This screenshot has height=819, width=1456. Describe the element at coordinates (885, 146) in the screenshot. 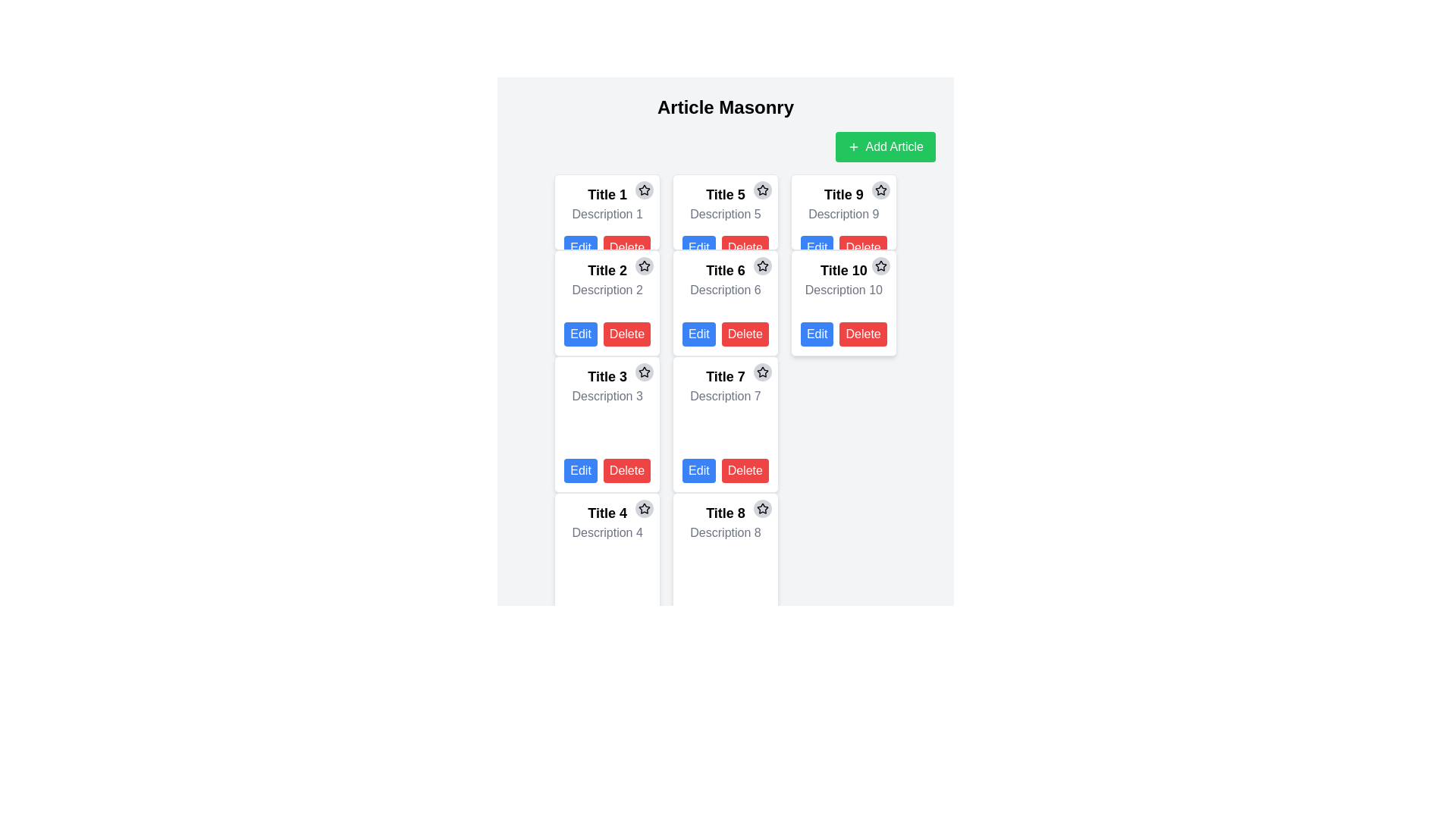

I see `the 'Add Article' button, which is a green rectangular button with white text and a plus sign icon, located at the top-right corner of the interface` at that location.